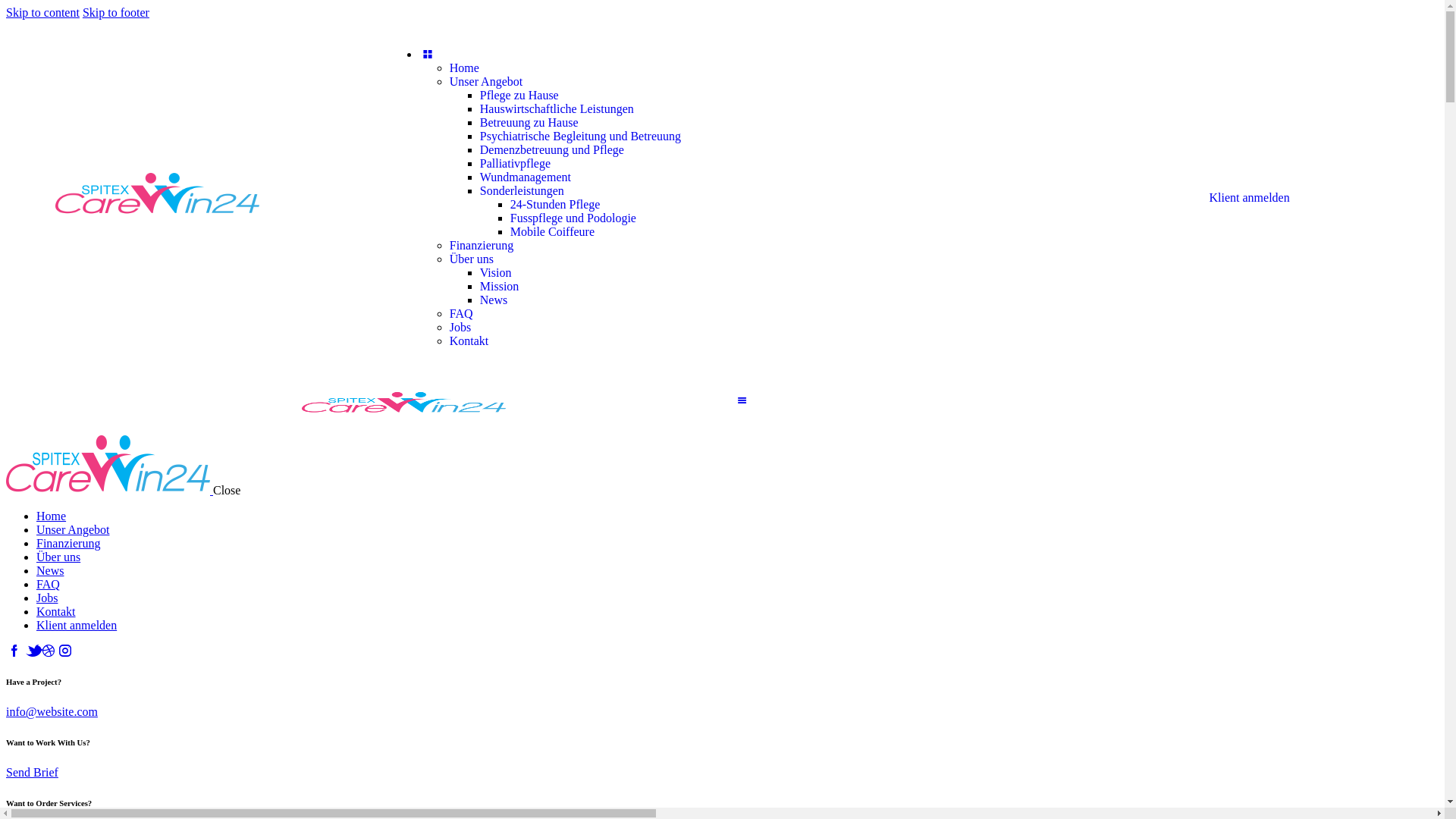 This screenshot has width=1456, height=819. I want to click on 'Klient anmelden', so click(36, 625).